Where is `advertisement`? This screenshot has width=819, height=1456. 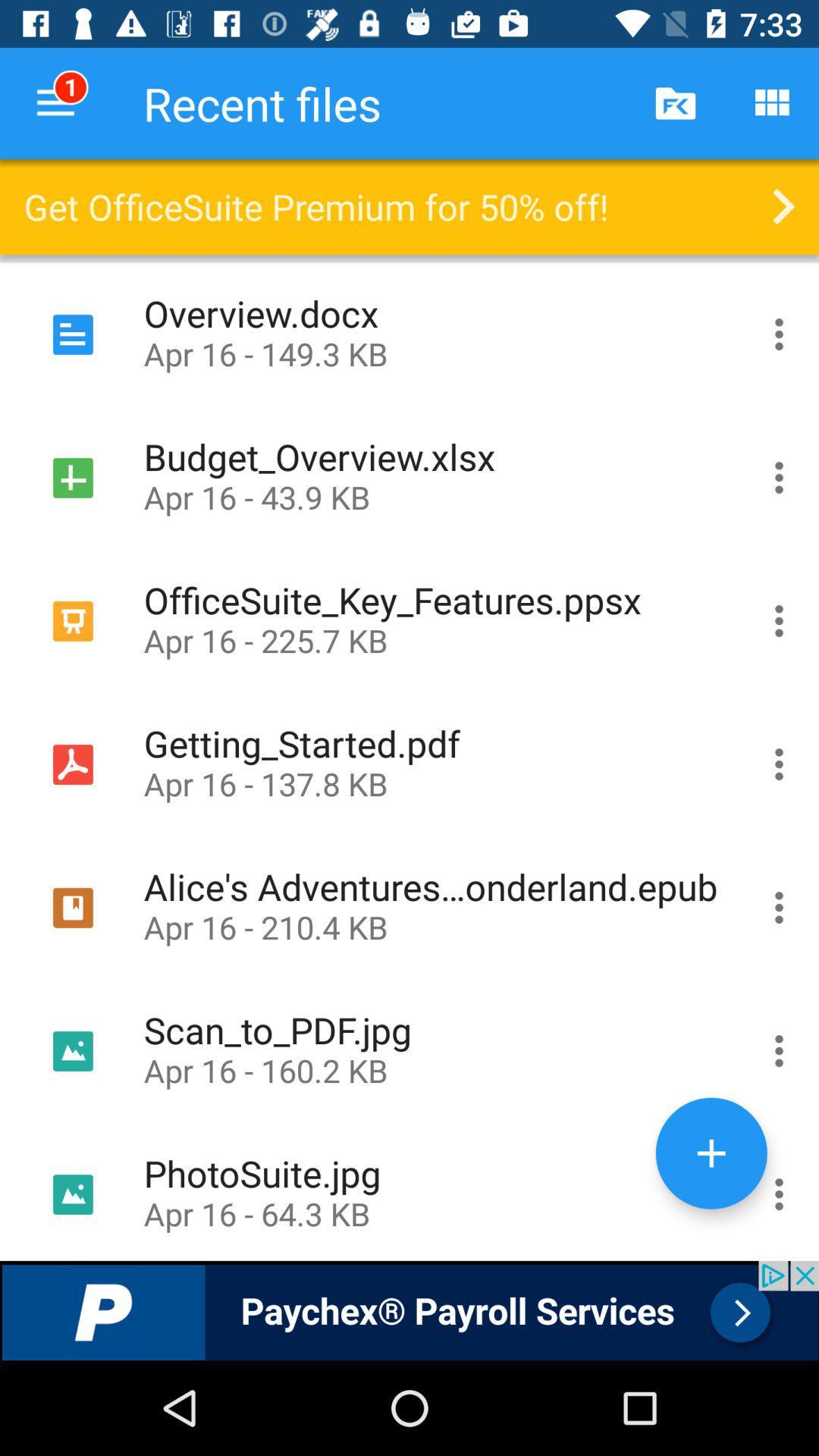
advertisement is located at coordinates (409, 1310).